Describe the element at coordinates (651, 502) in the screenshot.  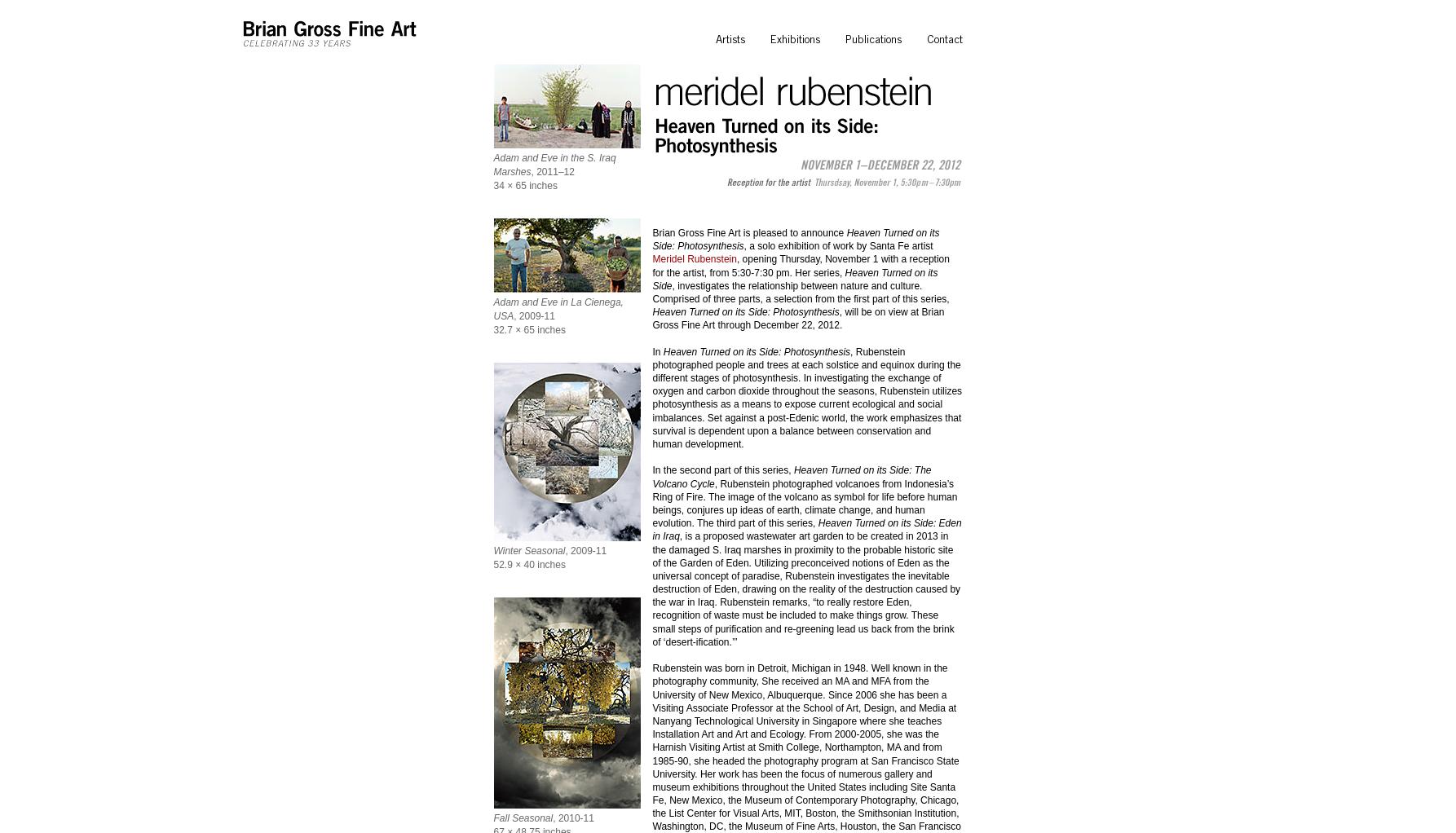
I see `', Rubenstein photographed volcanoes from Indonesia’s Ring of Fire. The image of the volcano as symbol for life before human beings, conjures up ideas of earth, climate change, and human evolution. The third part of this series,'` at that location.